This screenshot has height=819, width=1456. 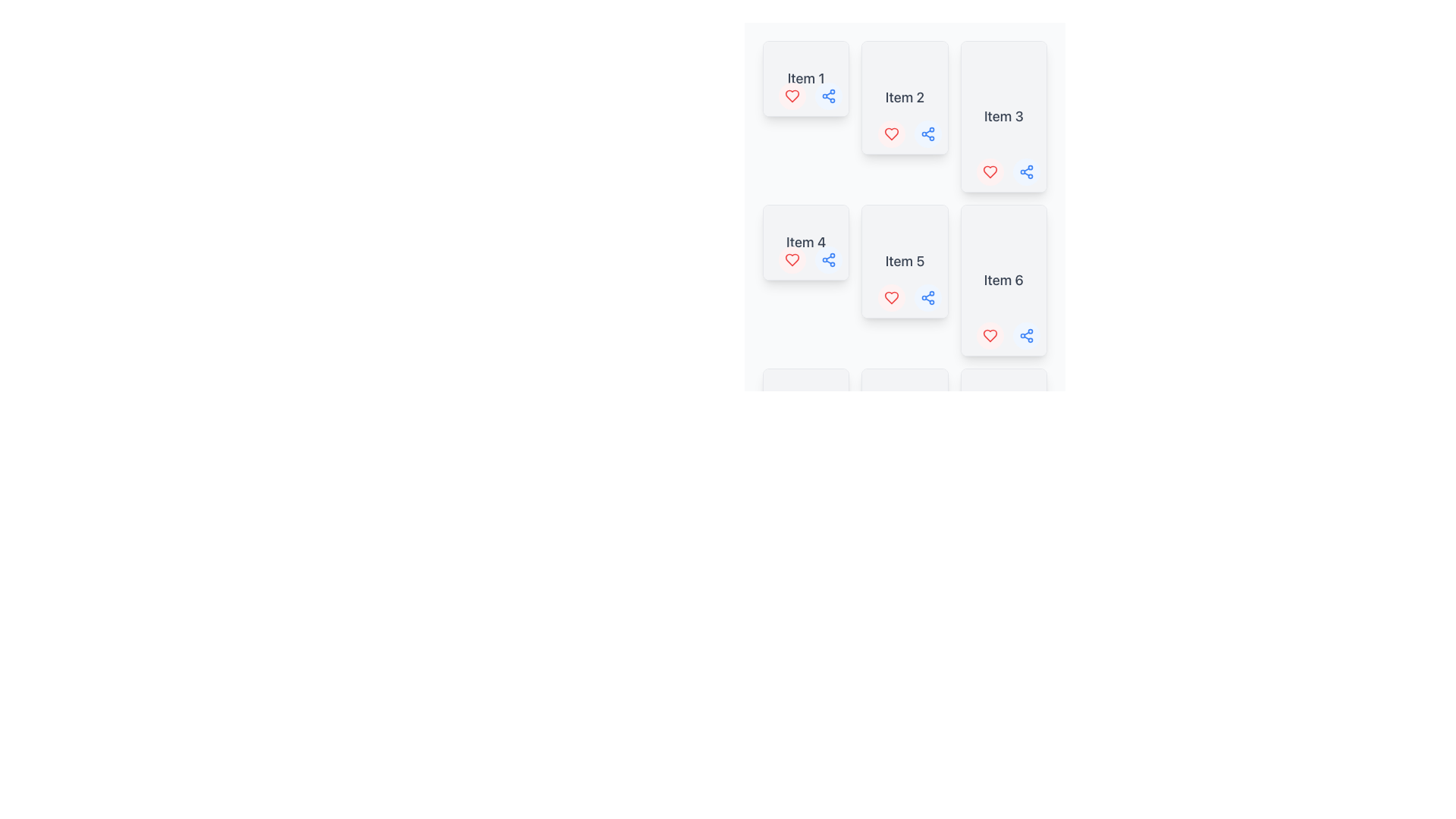 I want to click on the heart-shaped button icon with a red border located at the bottom right corner of 'Item 6', so click(x=990, y=335).